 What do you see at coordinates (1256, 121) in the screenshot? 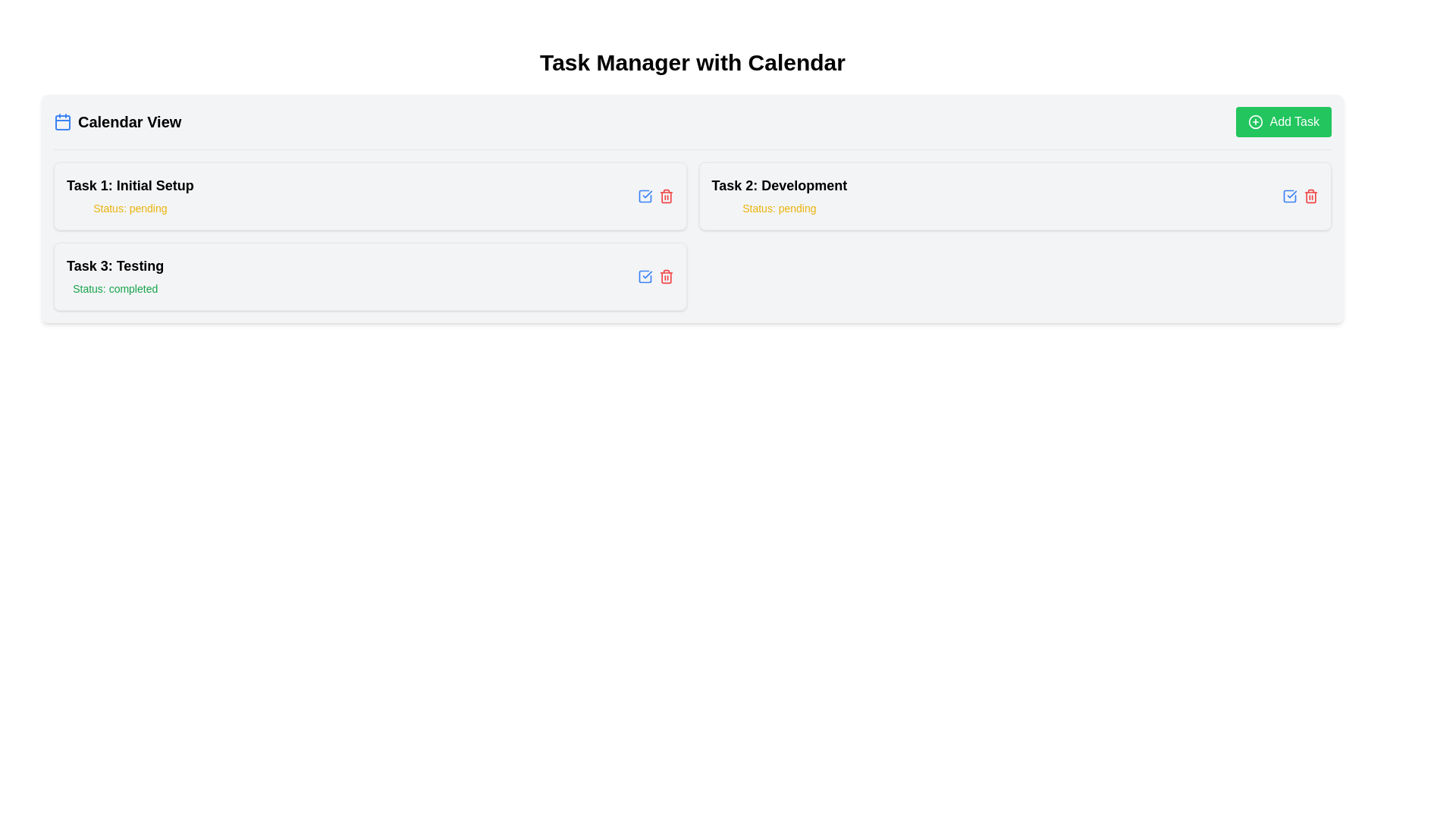
I see `the graphical circular element that is part of the 'Add Task' button located in the top-right corner of the page` at bounding box center [1256, 121].